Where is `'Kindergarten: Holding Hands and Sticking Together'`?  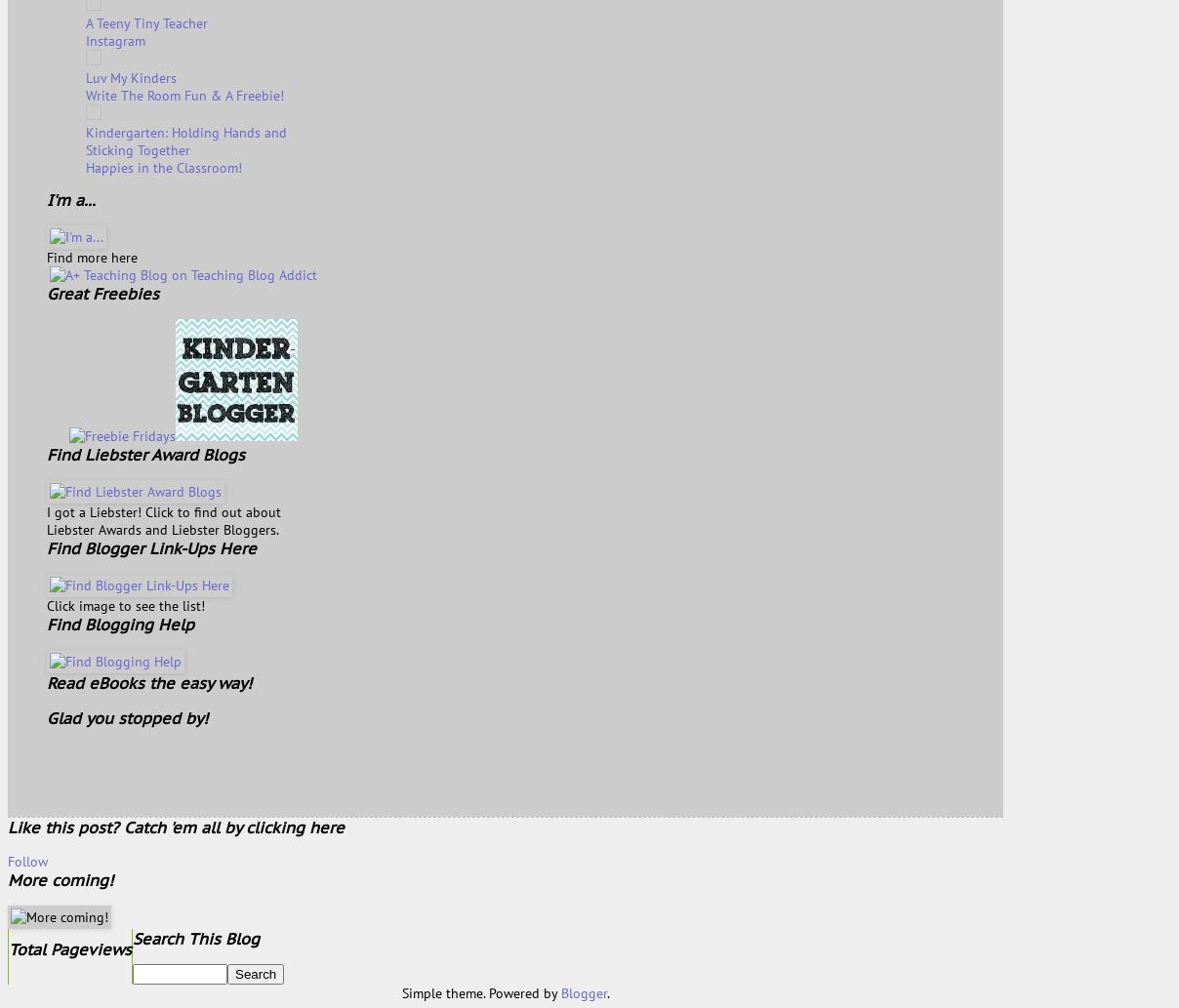
'Kindergarten: Holding Hands and Sticking Together' is located at coordinates (185, 141).